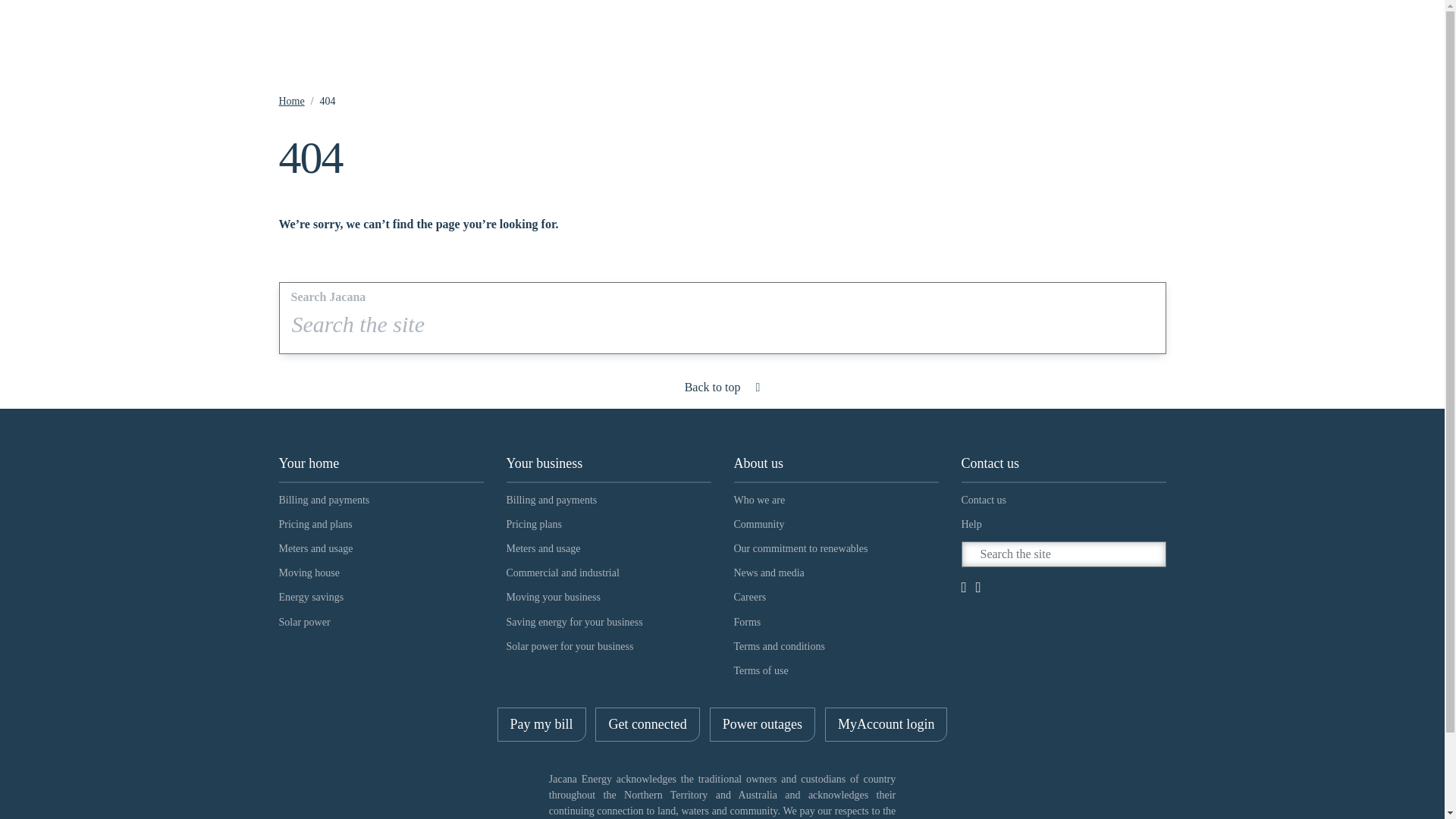 This screenshot has height=819, width=1456. I want to click on 'Energy savings', so click(279, 598).